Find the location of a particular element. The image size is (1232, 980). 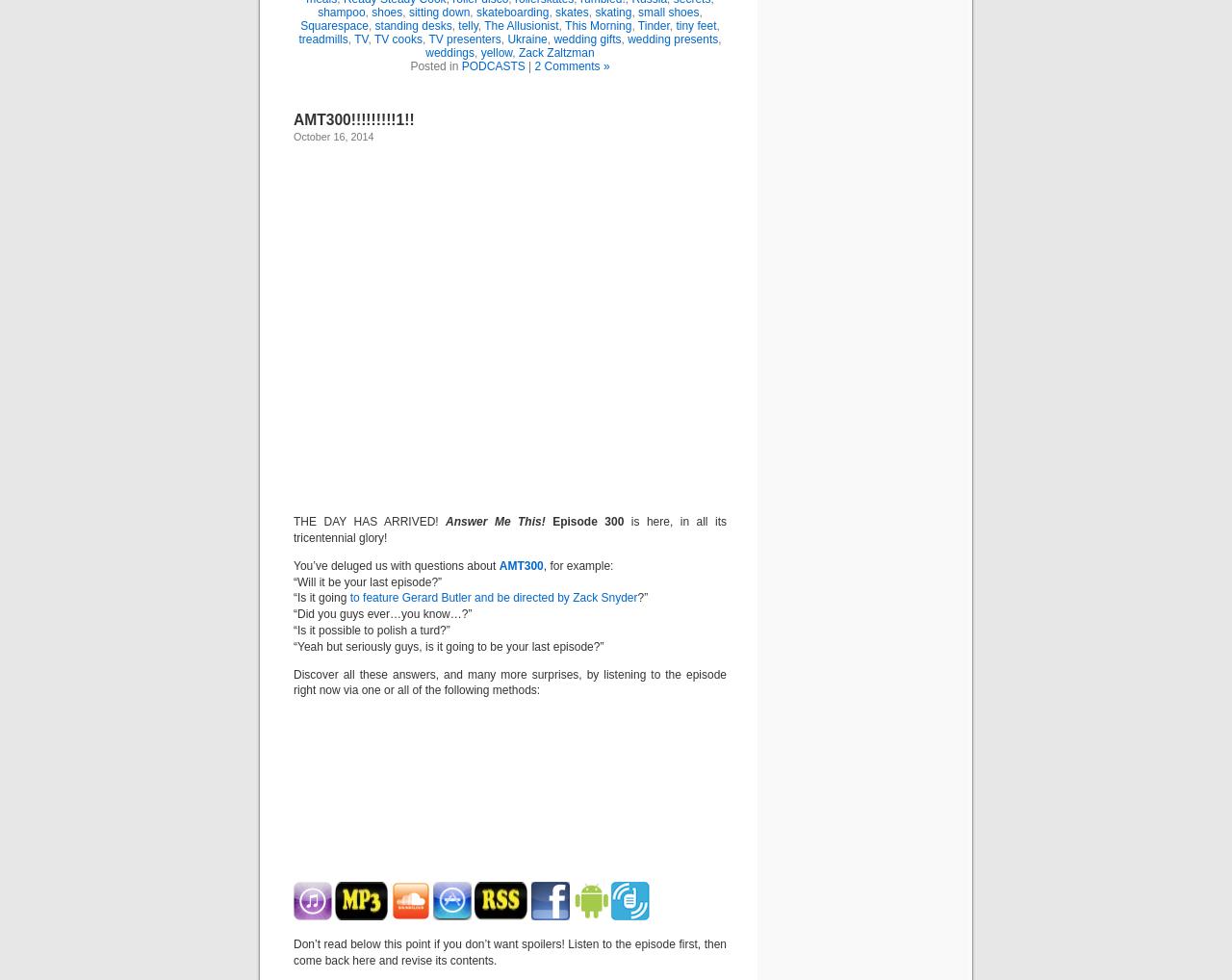

'October 16, 2014' is located at coordinates (333, 136).